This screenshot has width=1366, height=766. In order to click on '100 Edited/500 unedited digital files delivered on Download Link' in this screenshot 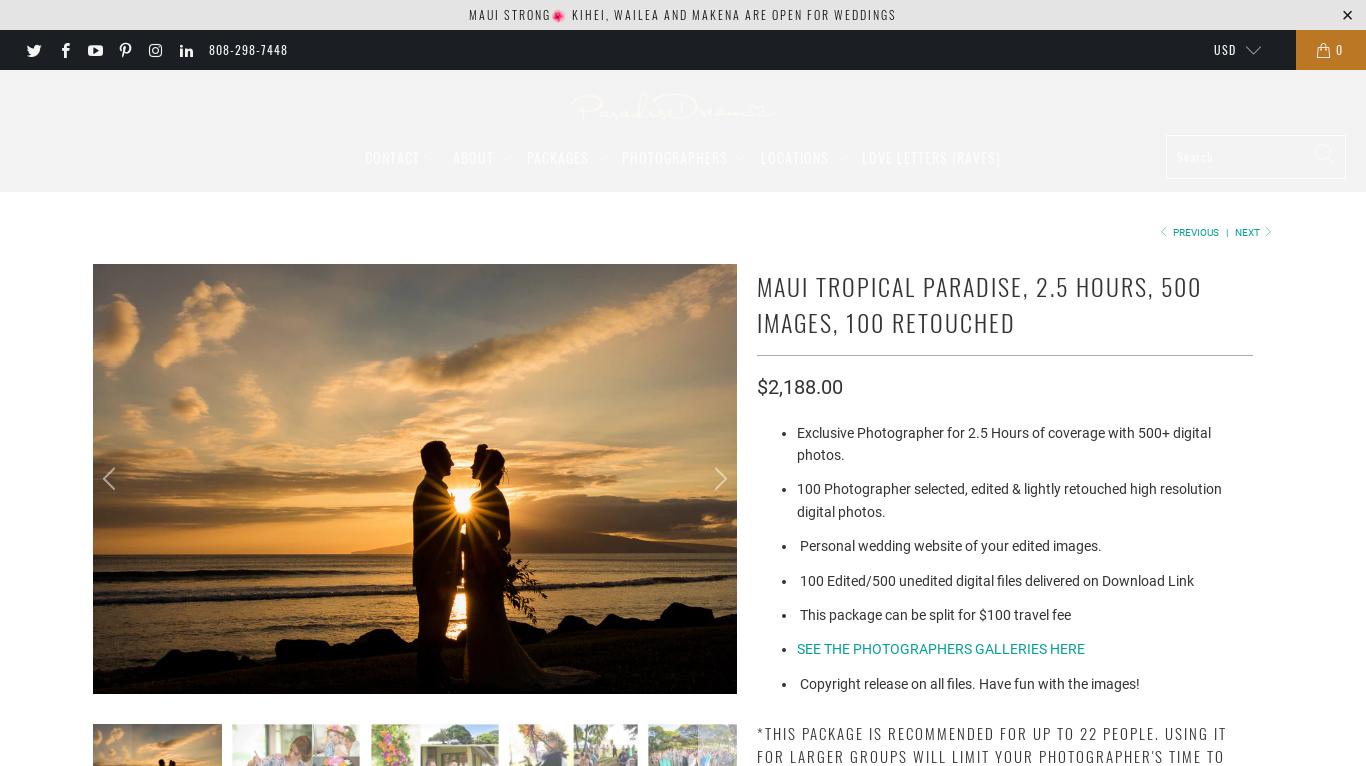, I will do `click(994, 580)`.